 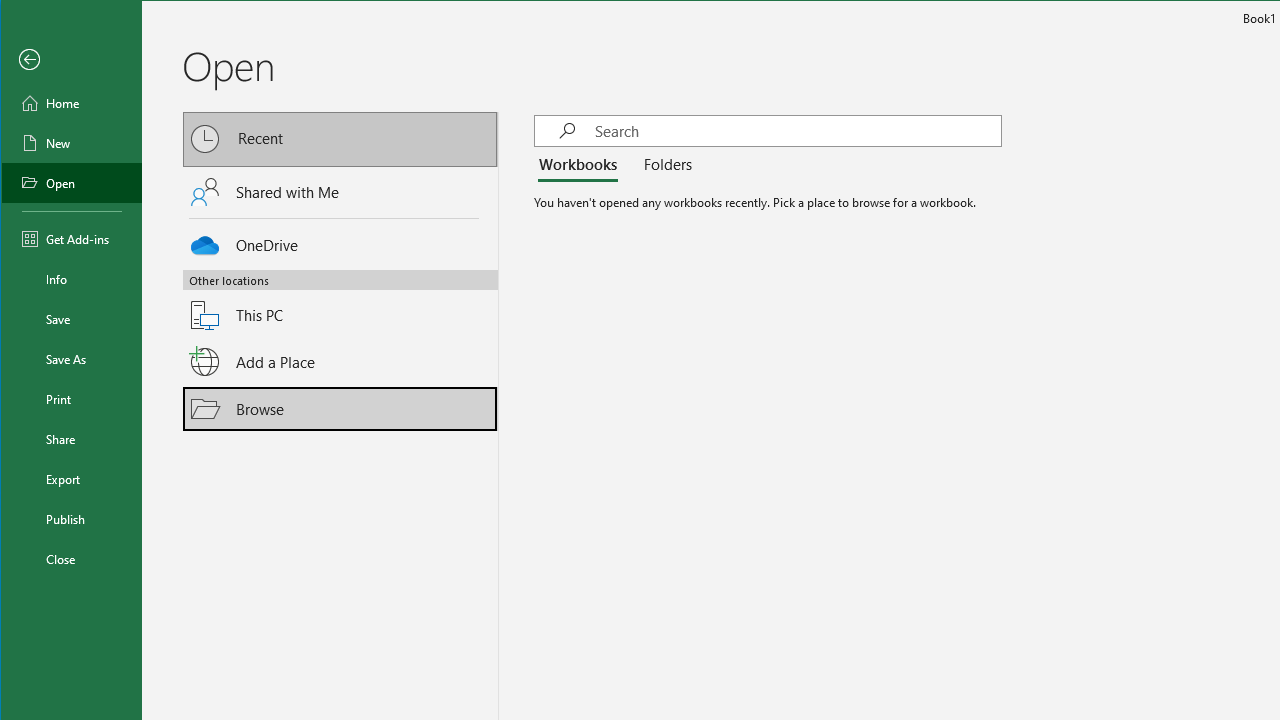 I want to click on 'Save As', so click(x=72, y=357).